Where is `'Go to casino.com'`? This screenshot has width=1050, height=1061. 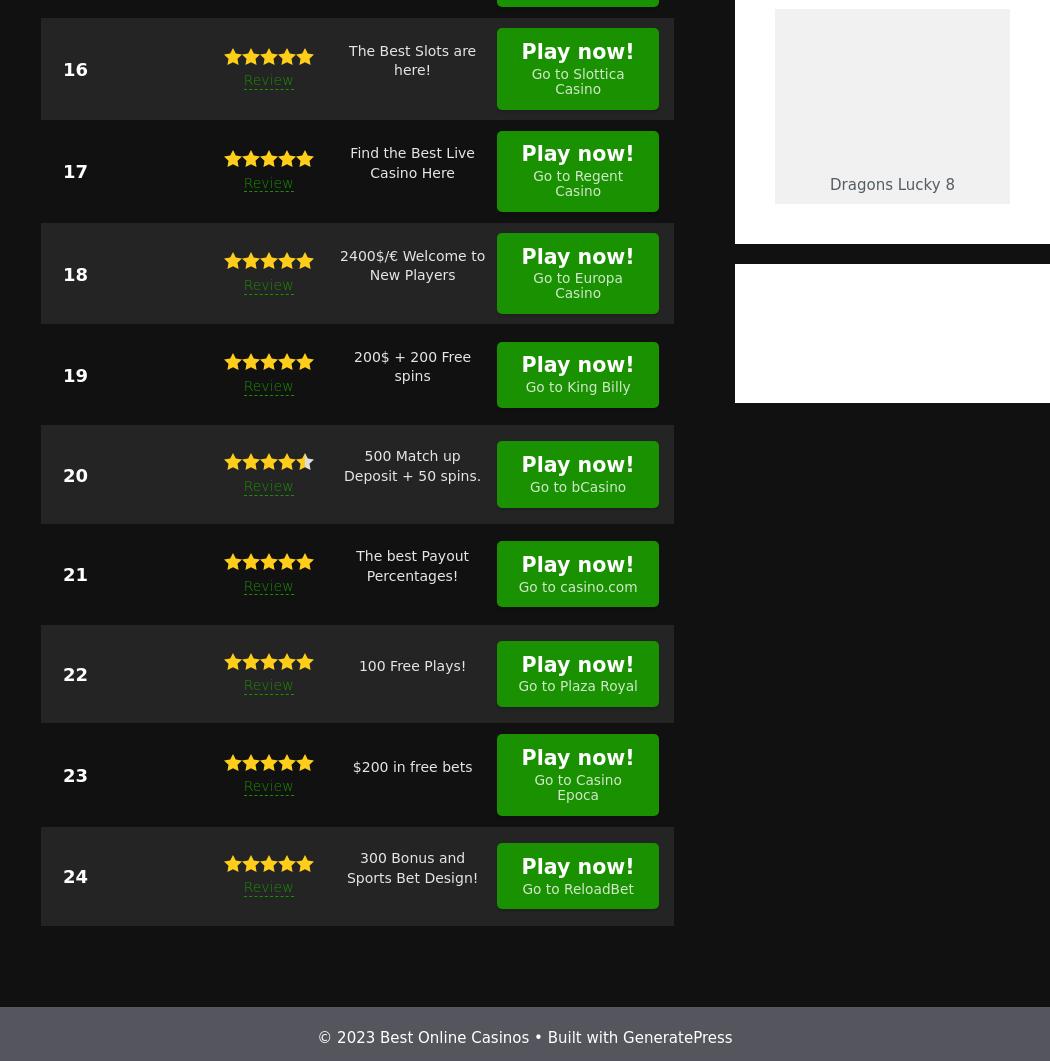
'Go to casino.com' is located at coordinates (576, 584).